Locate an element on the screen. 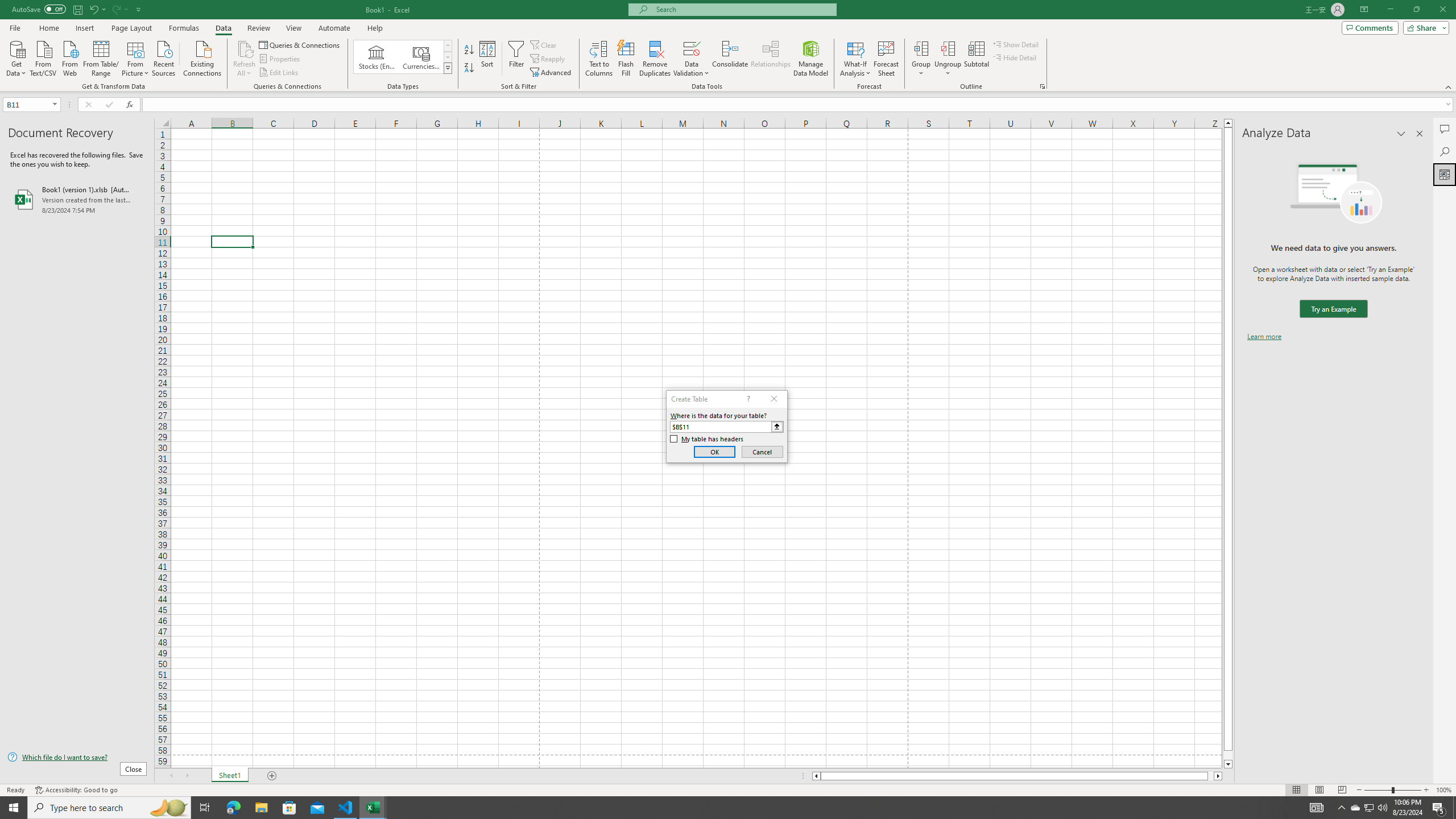 The width and height of the screenshot is (1456, 819). 'Recent Sources' is located at coordinates (164, 57).